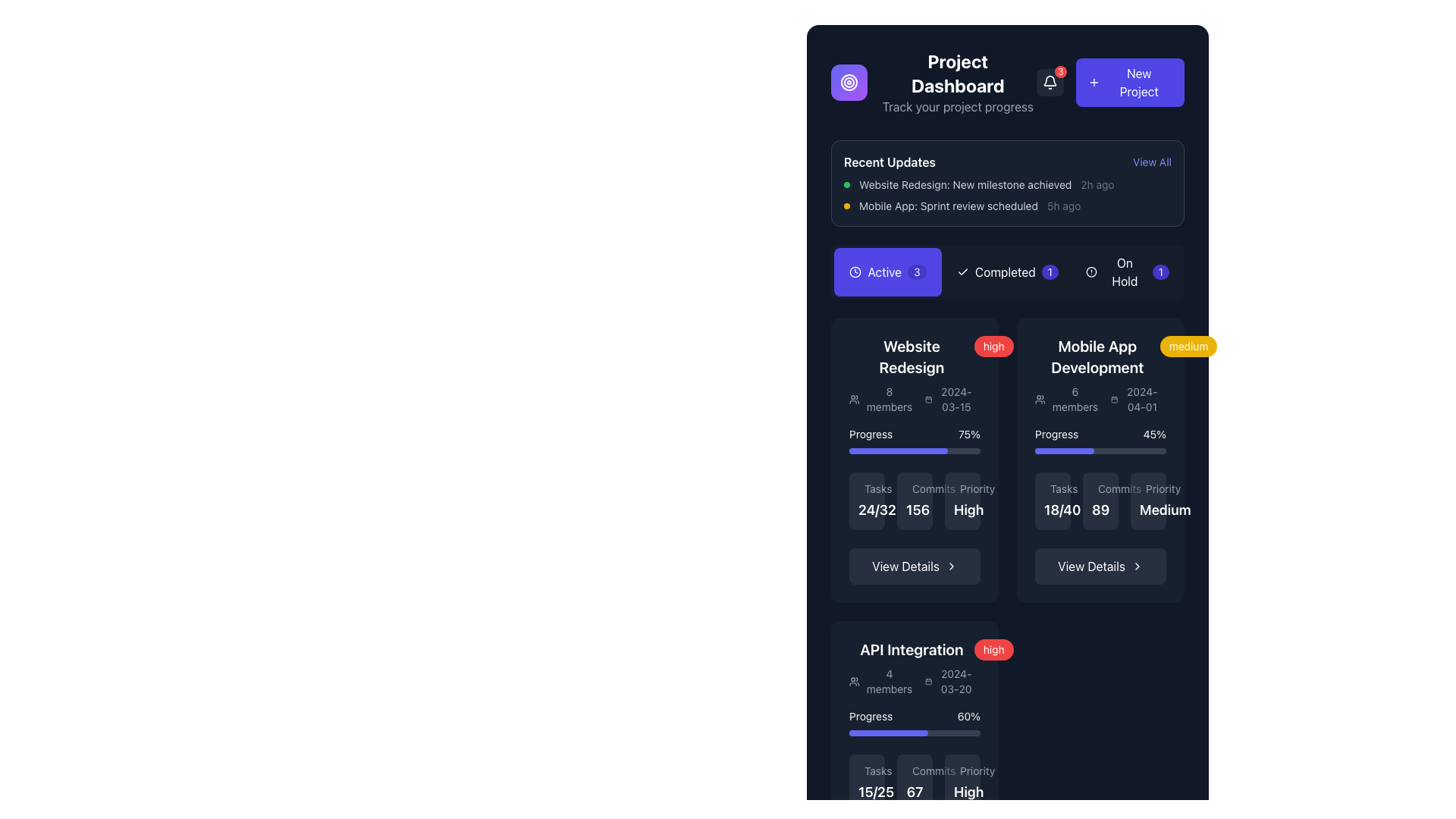  What do you see at coordinates (855, 271) in the screenshot?
I see `the clock icon, which is styled with a circular outline and located within the 'Active' button, to the left of the 'Active' label text and number '3'` at bounding box center [855, 271].